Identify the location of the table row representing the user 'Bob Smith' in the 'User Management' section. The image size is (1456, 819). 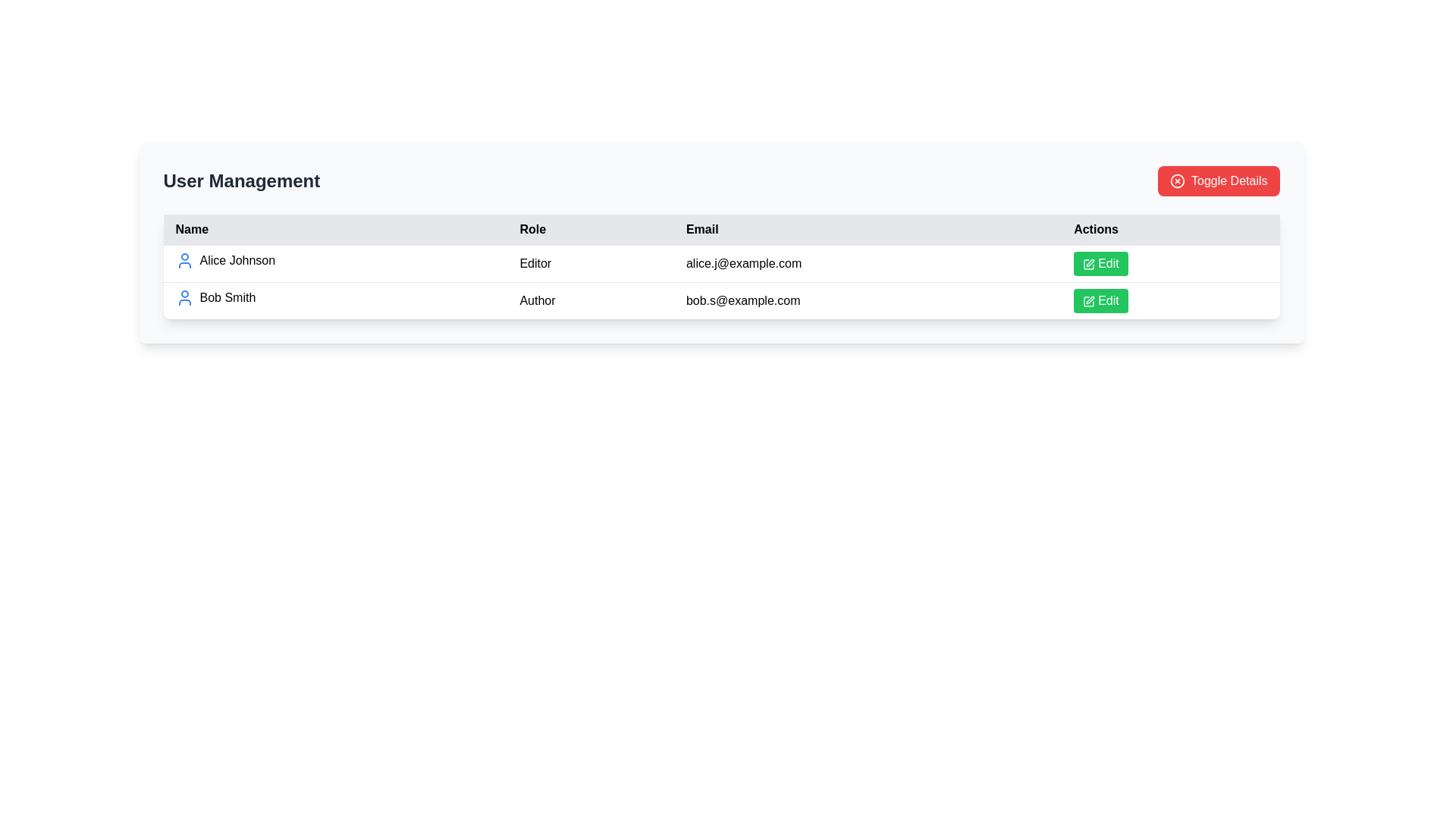
(720, 300).